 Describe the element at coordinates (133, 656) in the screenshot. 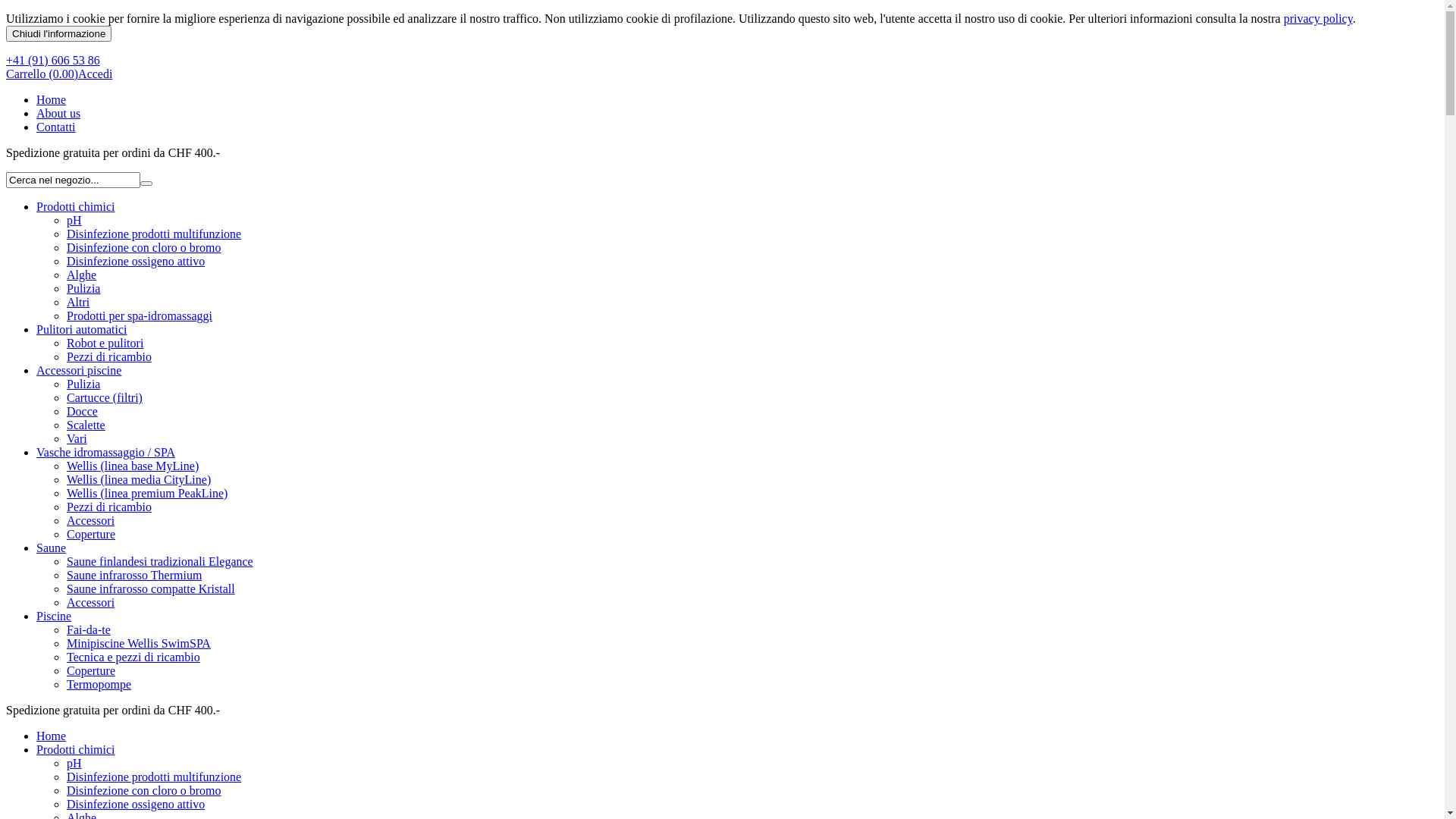

I see `'Tecnica e pezzi di ricambio'` at that location.